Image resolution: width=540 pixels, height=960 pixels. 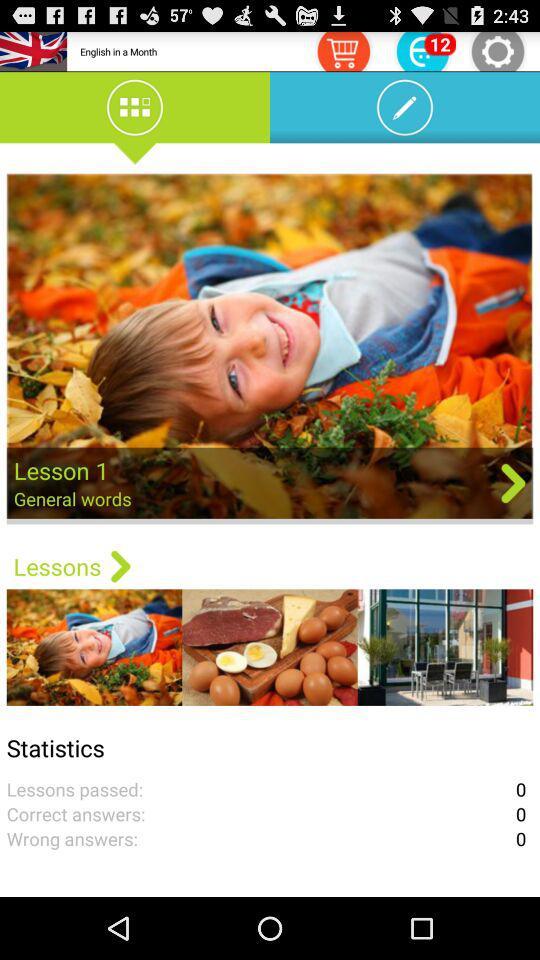 I want to click on level button, so click(x=421, y=50).